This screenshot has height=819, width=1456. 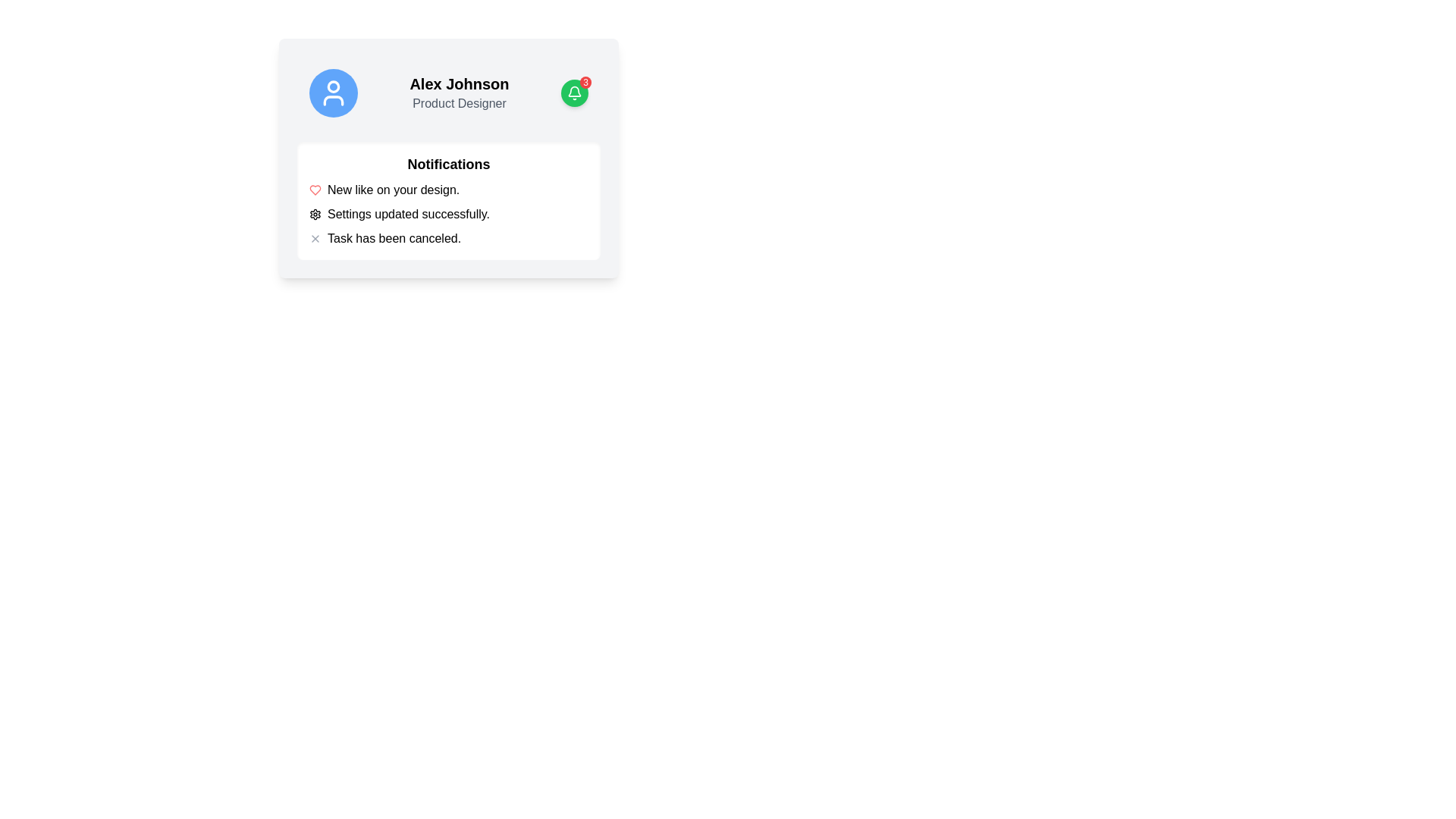 I want to click on notification message 'Settings updated successfully.' that is represented by the second item in the notification list, which includes a gear icon on the left, so click(x=447, y=214).